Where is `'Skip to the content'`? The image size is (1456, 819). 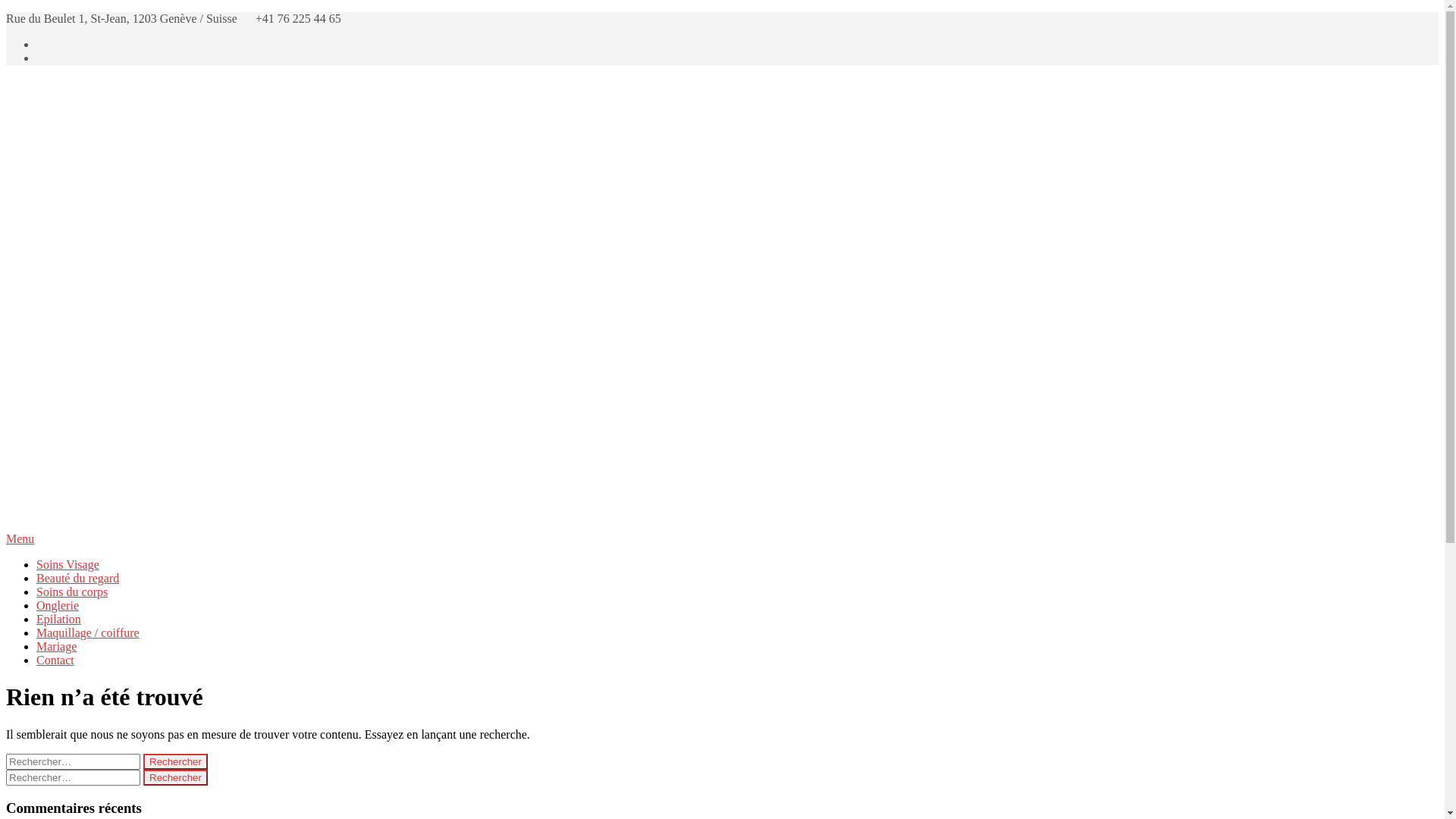 'Skip to the content' is located at coordinates (5, 11).